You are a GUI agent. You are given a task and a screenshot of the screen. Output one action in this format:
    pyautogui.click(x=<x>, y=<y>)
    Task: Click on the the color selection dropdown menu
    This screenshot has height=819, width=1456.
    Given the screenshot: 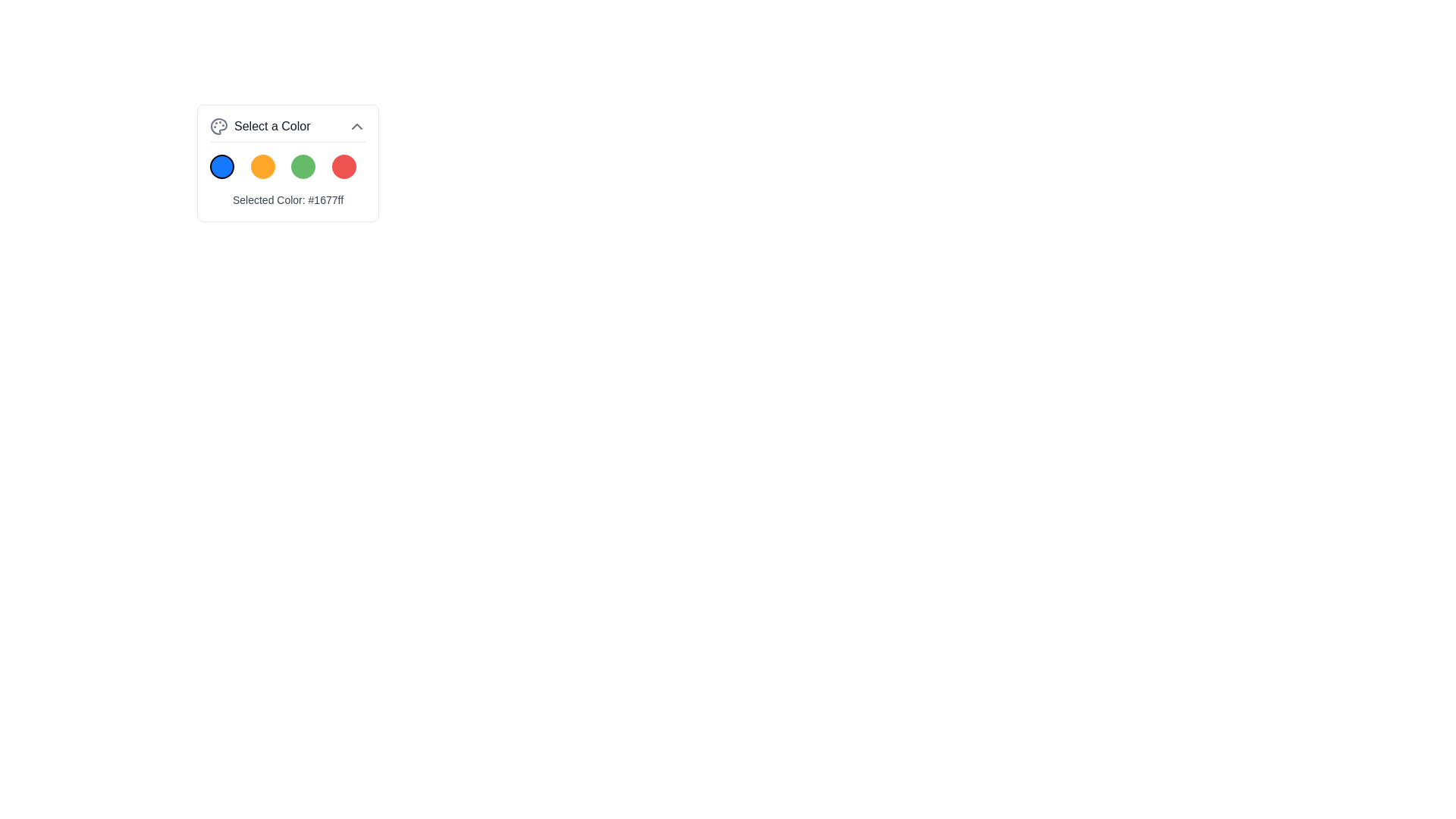 What is the action you would take?
    pyautogui.click(x=287, y=163)
    